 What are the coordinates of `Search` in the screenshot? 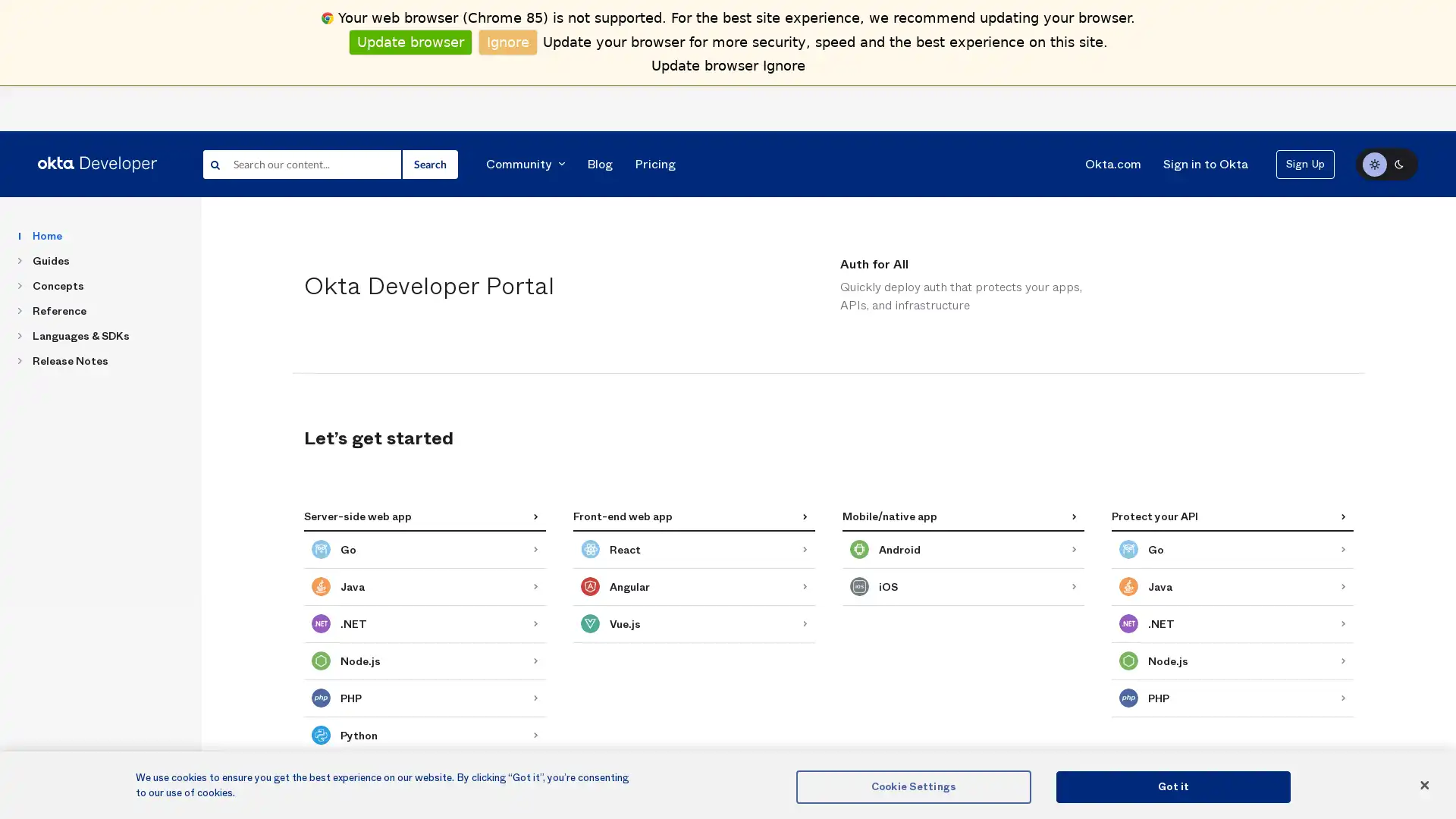 It's located at (428, 164).